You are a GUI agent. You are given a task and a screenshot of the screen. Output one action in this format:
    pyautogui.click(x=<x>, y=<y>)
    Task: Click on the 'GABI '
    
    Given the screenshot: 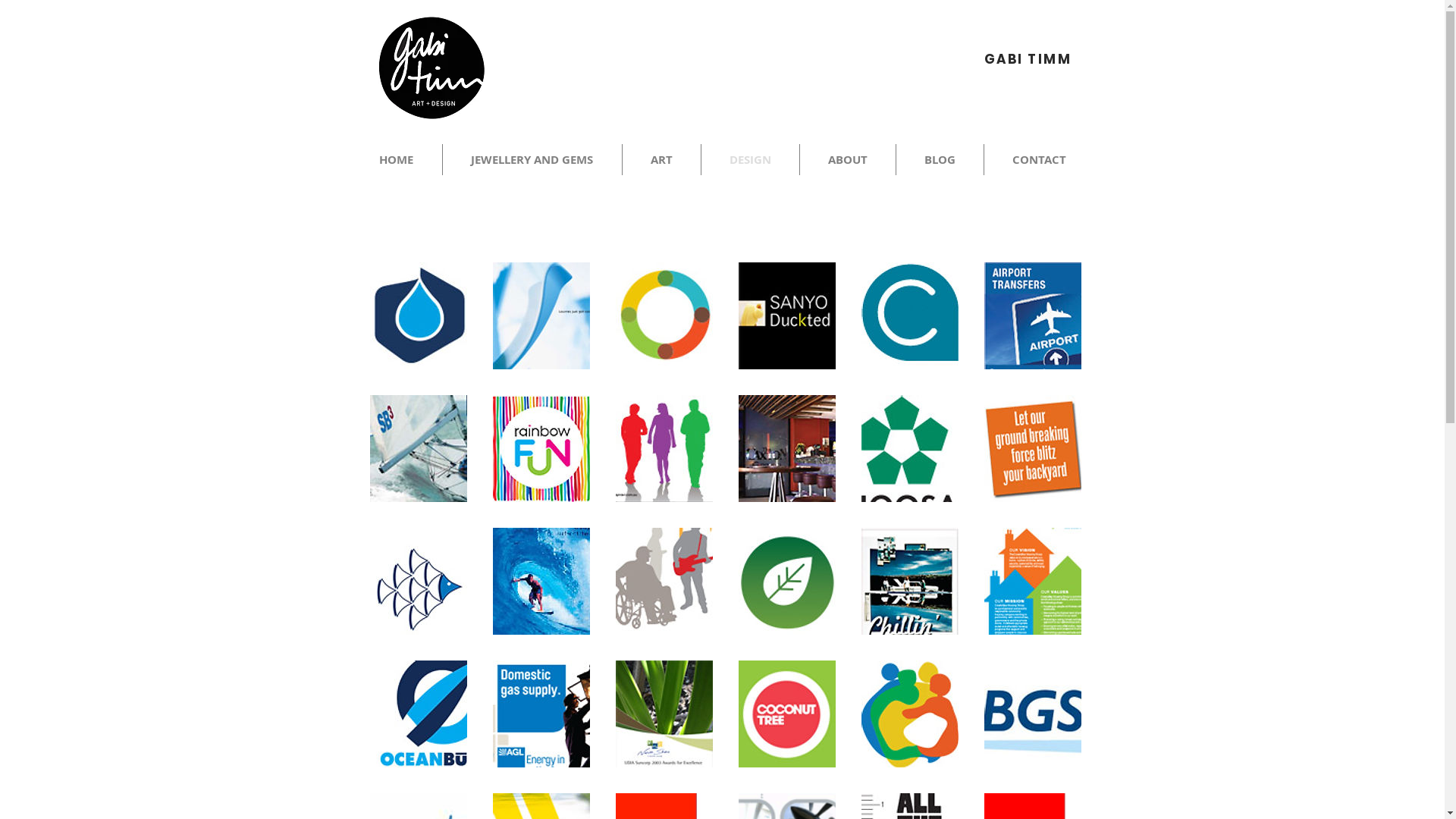 What is the action you would take?
    pyautogui.click(x=1006, y=58)
    